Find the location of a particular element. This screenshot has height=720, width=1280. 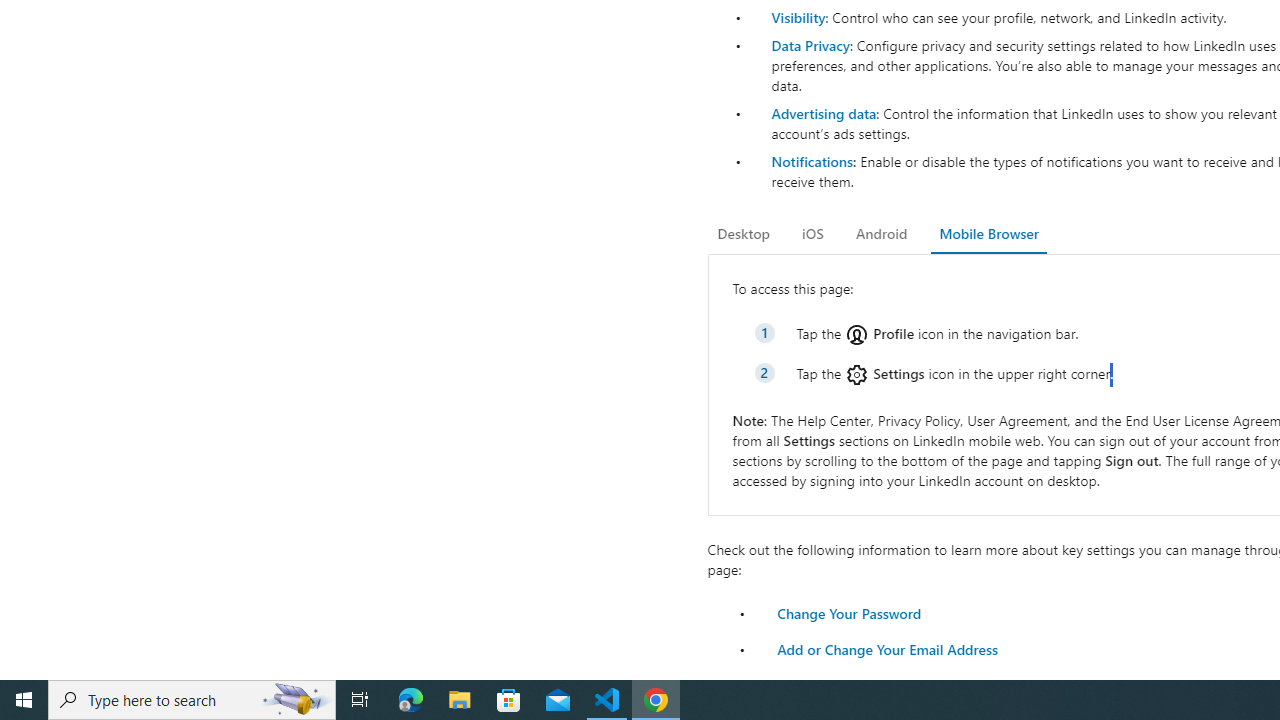

'Mobile Browser' is located at coordinates (988, 233).